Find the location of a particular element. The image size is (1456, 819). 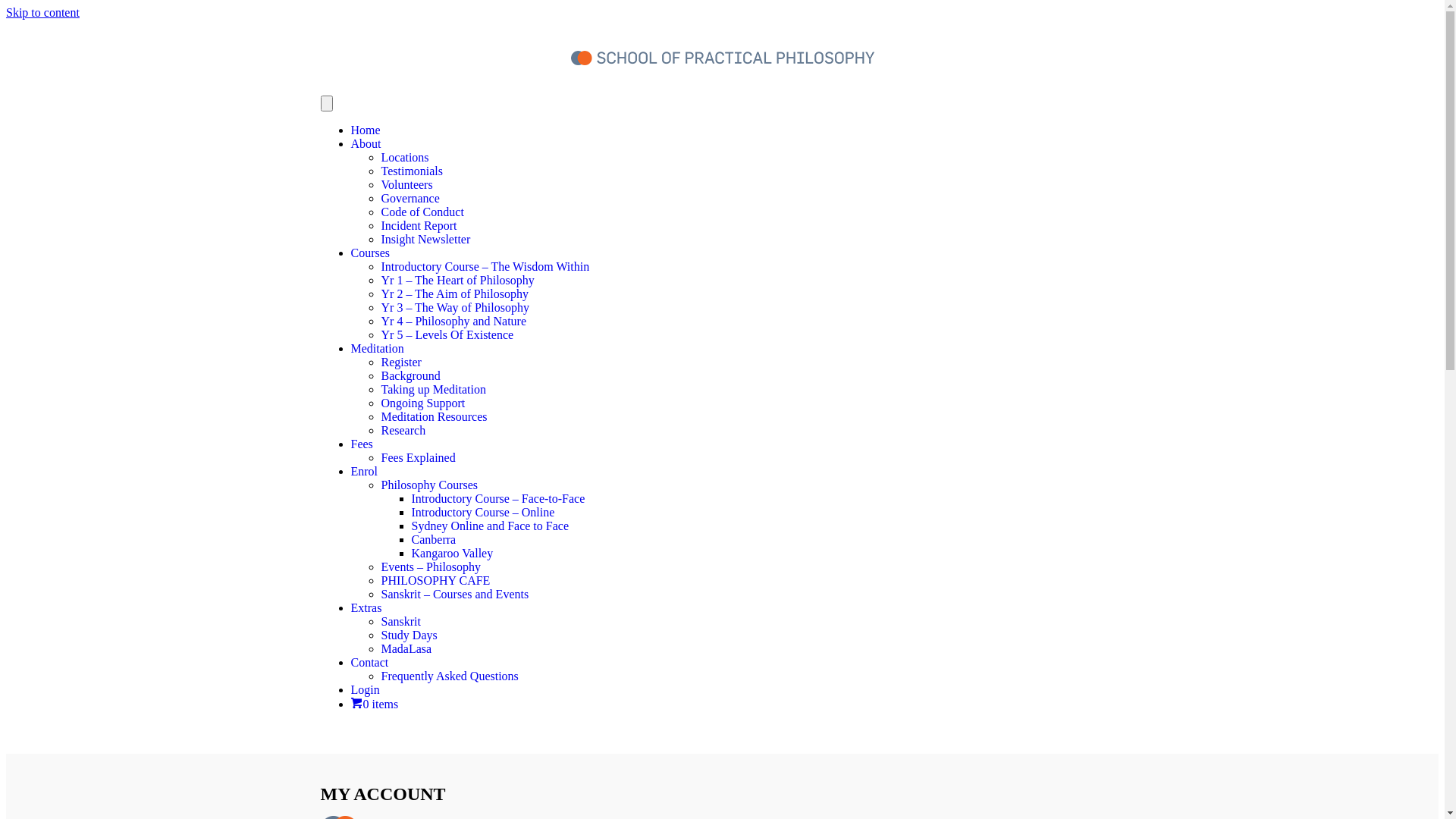

'Sanskrit' is located at coordinates (381, 621).